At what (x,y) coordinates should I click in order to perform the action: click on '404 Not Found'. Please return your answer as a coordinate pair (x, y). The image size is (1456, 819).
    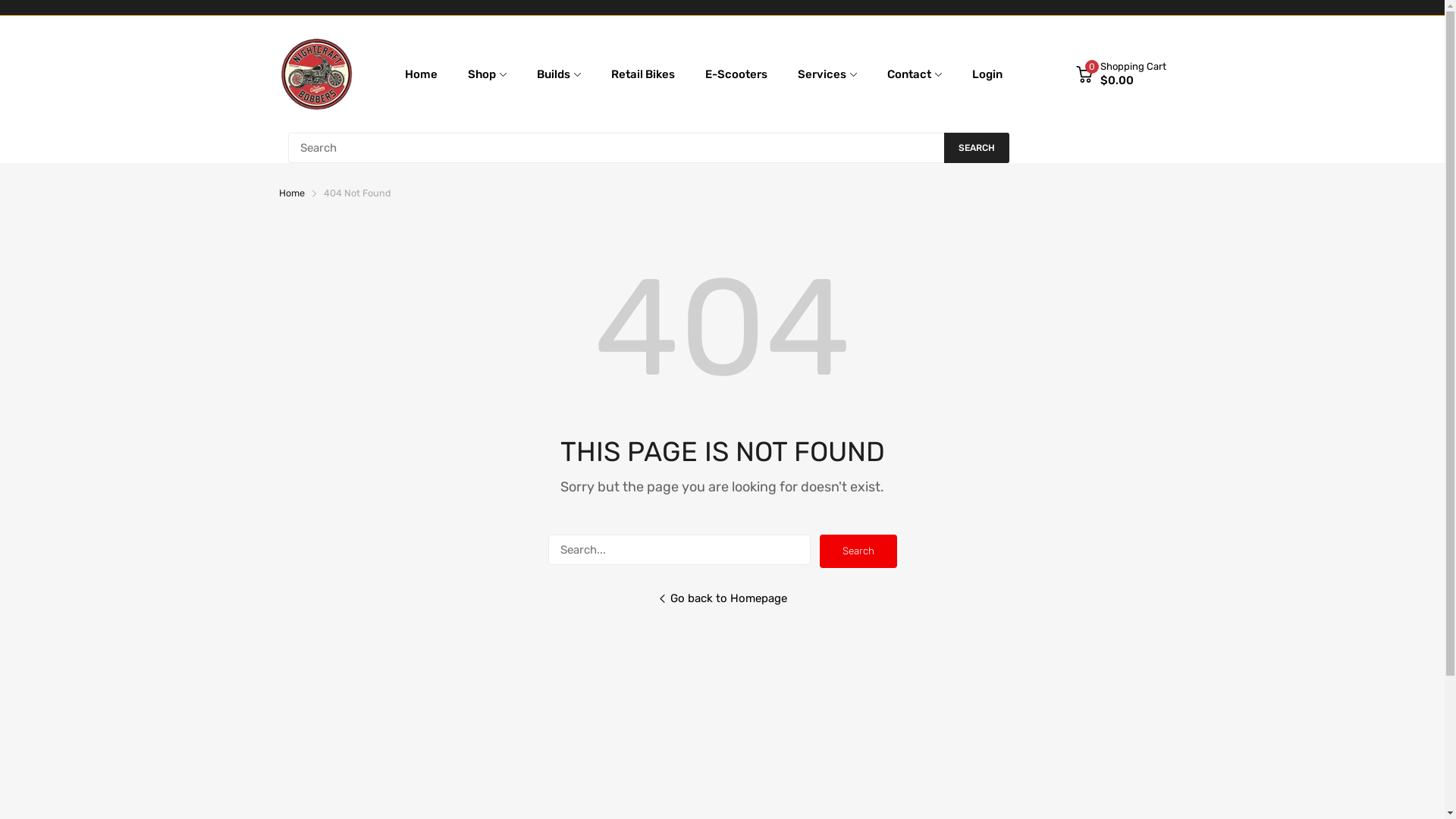
    Looking at the image, I should click on (322, 192).